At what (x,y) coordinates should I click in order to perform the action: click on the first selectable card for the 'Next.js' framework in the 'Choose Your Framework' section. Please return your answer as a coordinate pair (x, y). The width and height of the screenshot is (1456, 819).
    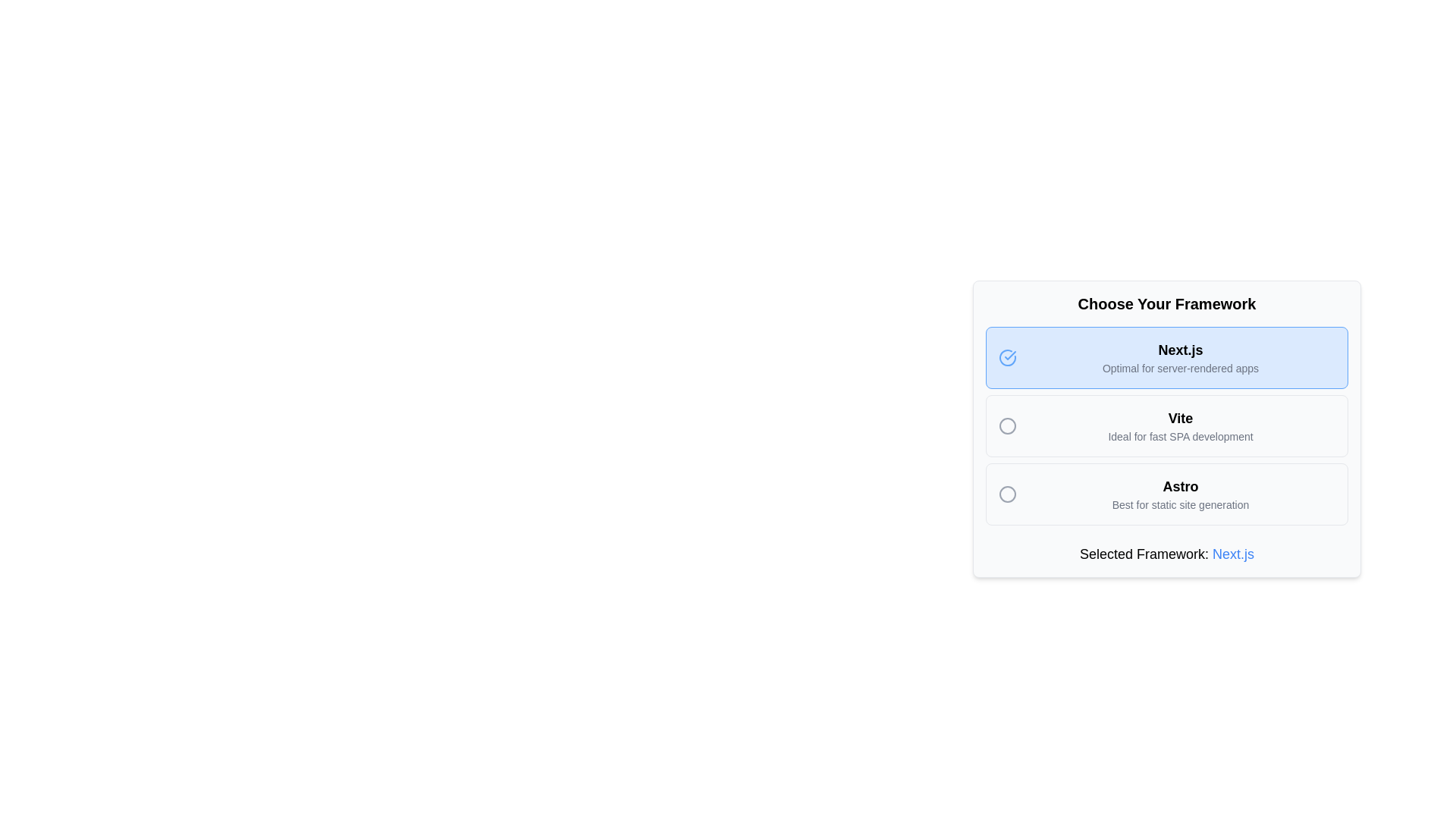
    Looking at the image, I should click on (1166, 357).